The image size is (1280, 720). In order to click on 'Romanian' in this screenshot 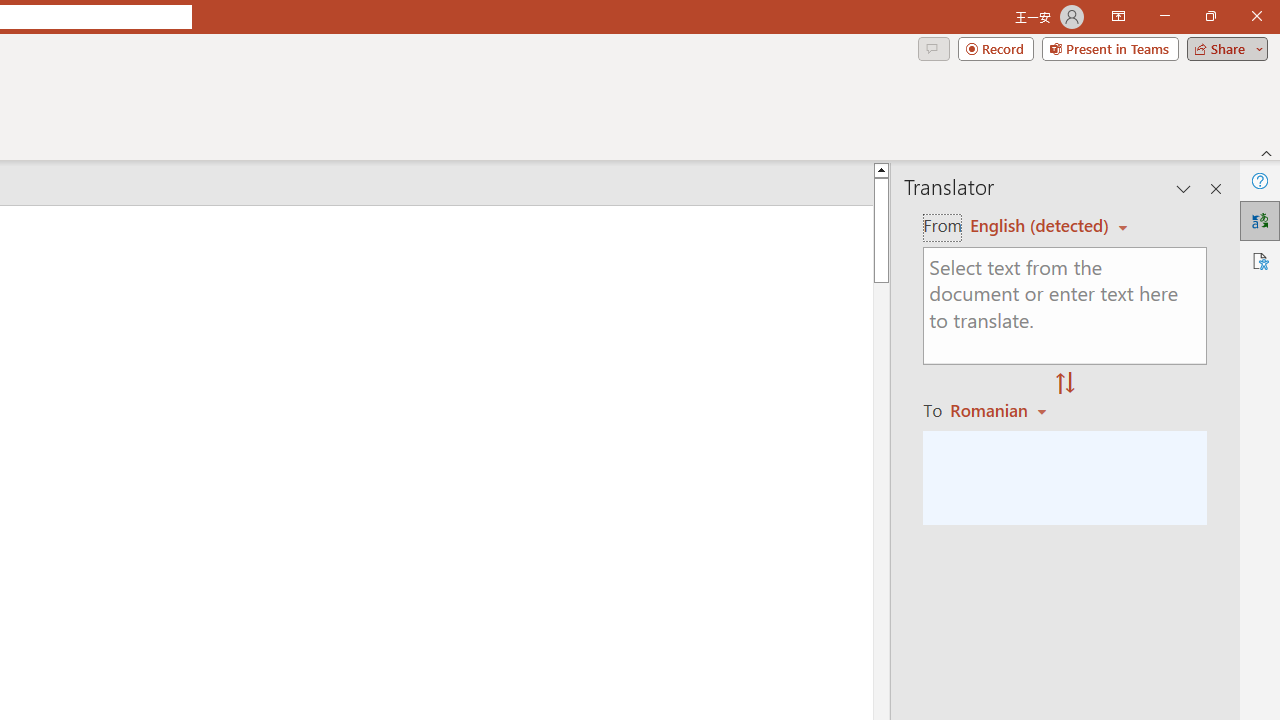, I will do `click(1001, 409)`.